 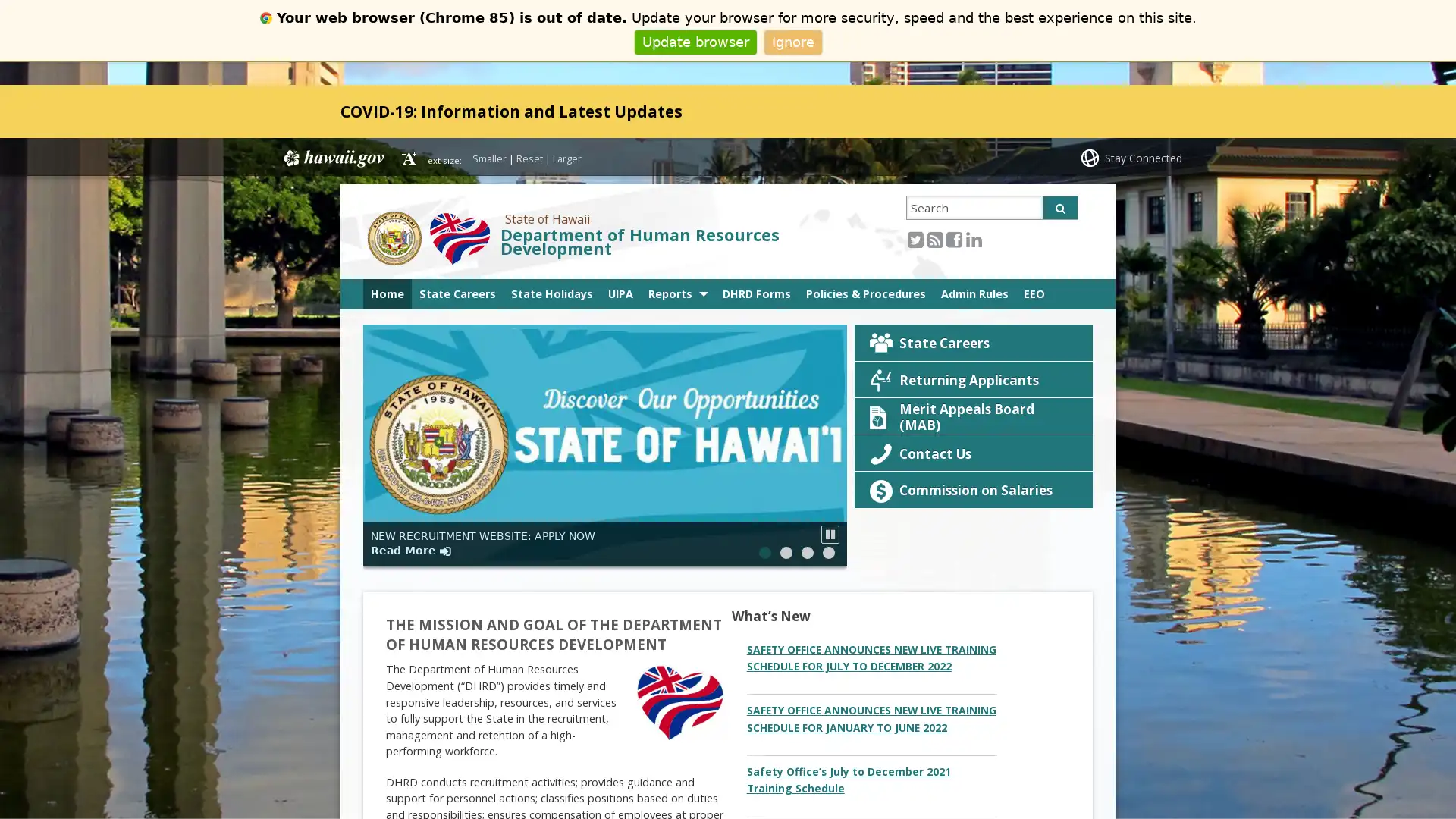 What do you see at coordinates (792, 41) in the screenshot?
I see `Ignore` at bounding box center [792, 41].